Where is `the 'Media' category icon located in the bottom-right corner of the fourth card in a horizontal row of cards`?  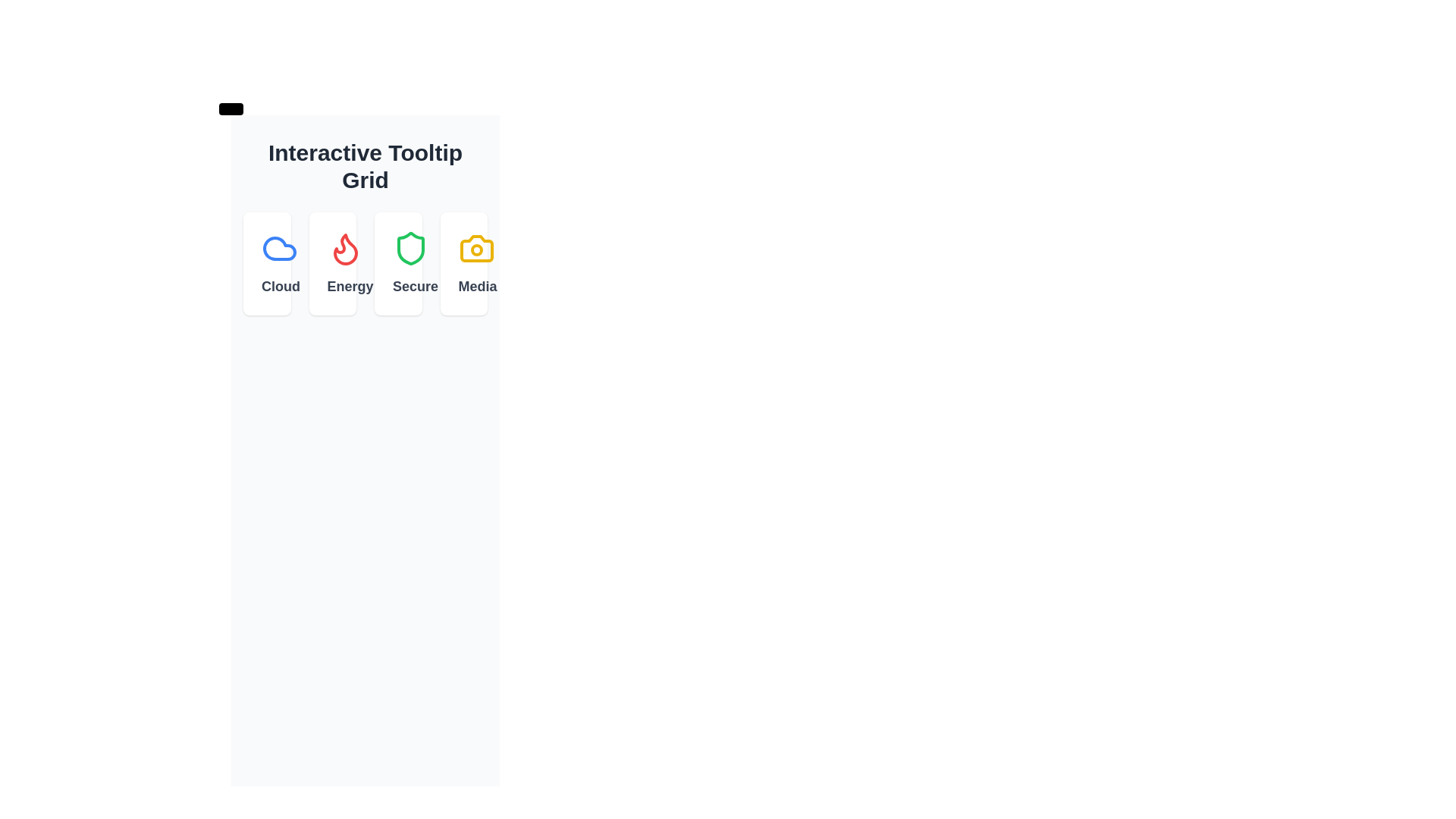 the 'Media' category icon located in the bottom-right corner of the fourth card in a horizontal row of cards is located at coordinates (475, 247).